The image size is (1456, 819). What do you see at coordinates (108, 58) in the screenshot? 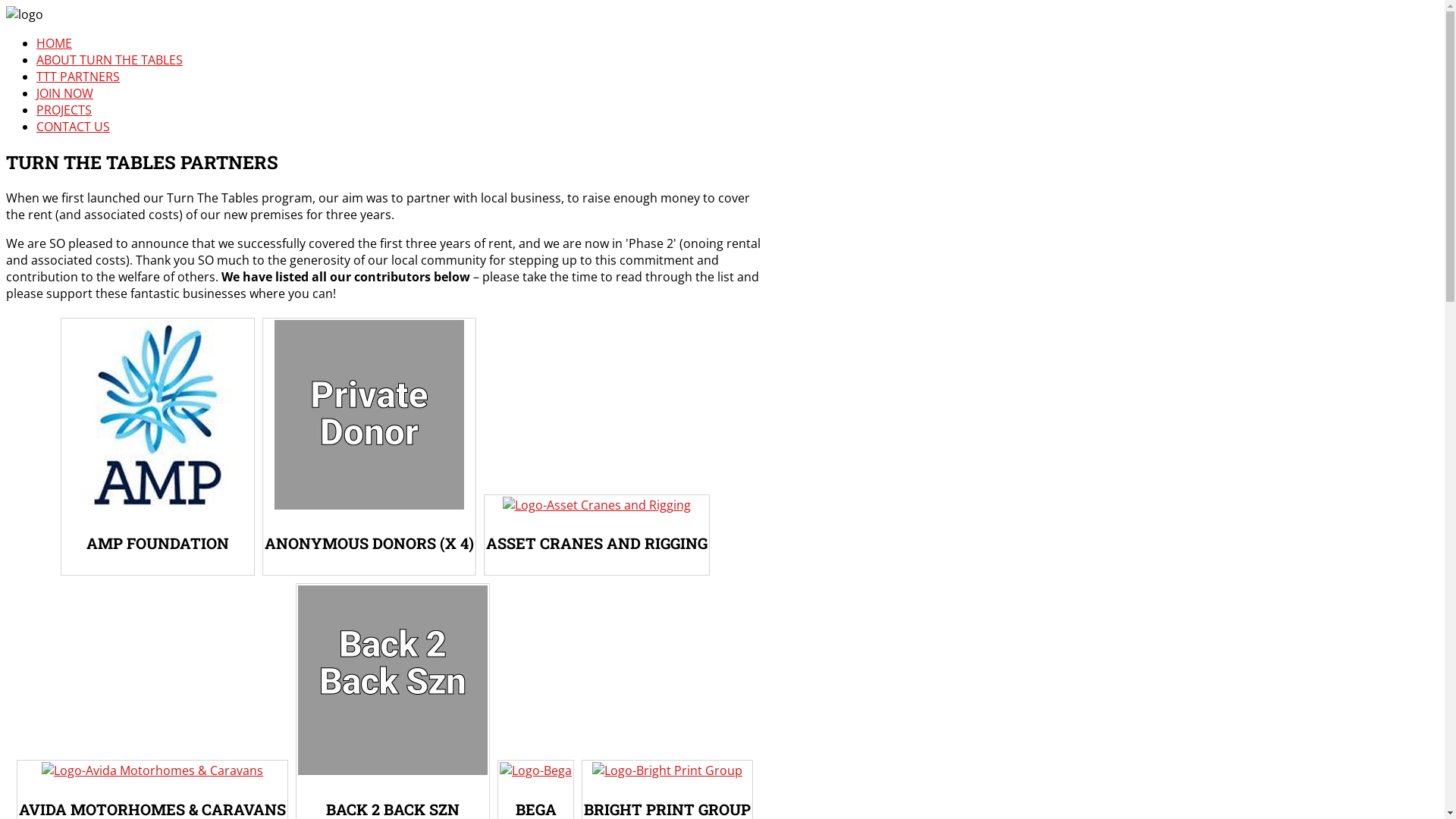
I see `'ABOUT TURN THE TABLES'` at bounding box center [108, 58].